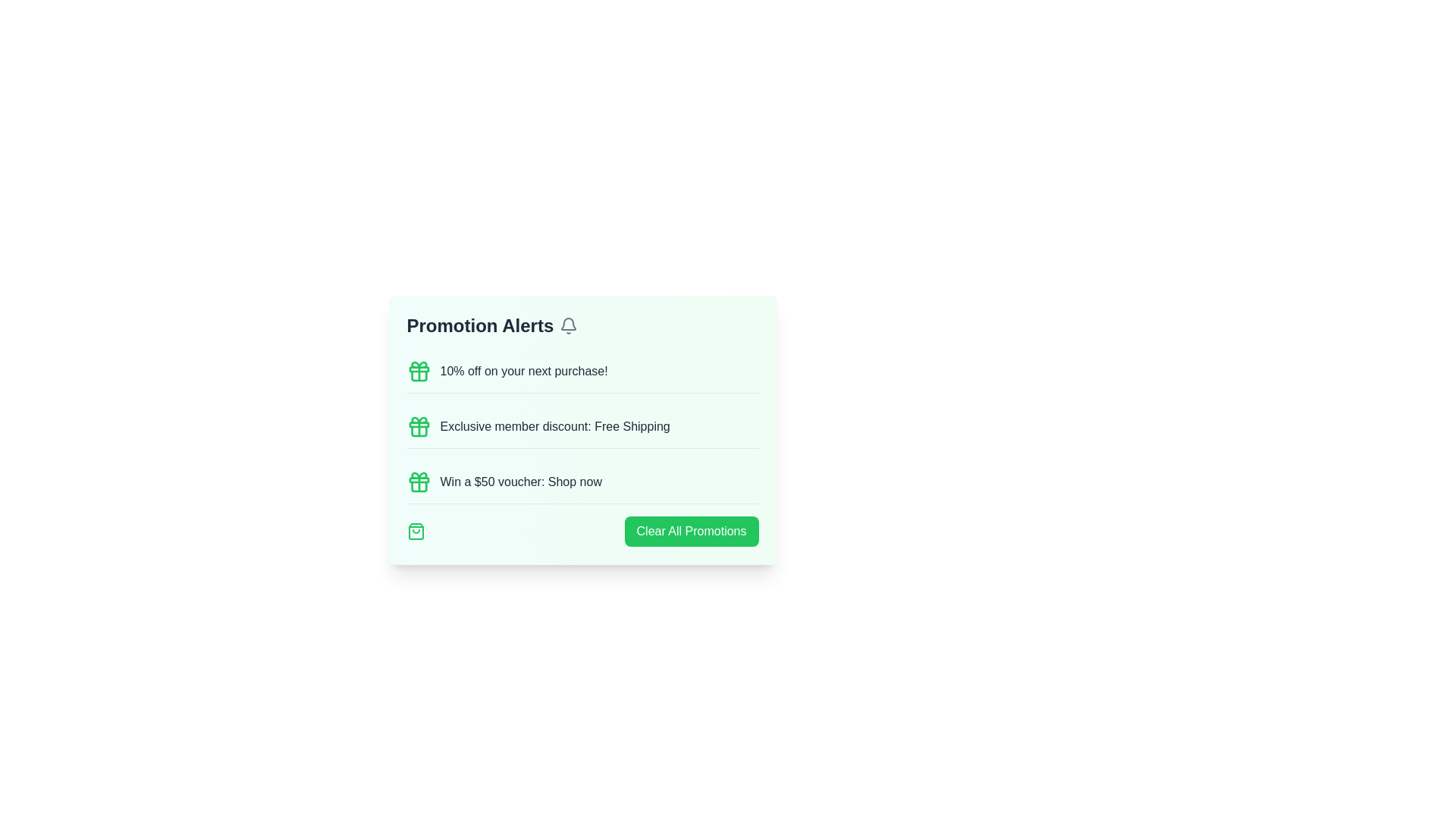 Image resolution: width=1456 pixels, height=819 pixels. What do you see at coordinates (419, 431) in the screenshot?
I see `the decorative graphic element styled with a green outline, part of the second icon under 'Promotion Alerts', next to the text 'Exclusive member discount: Free Shipping.'` at bounding box center [419, 431].